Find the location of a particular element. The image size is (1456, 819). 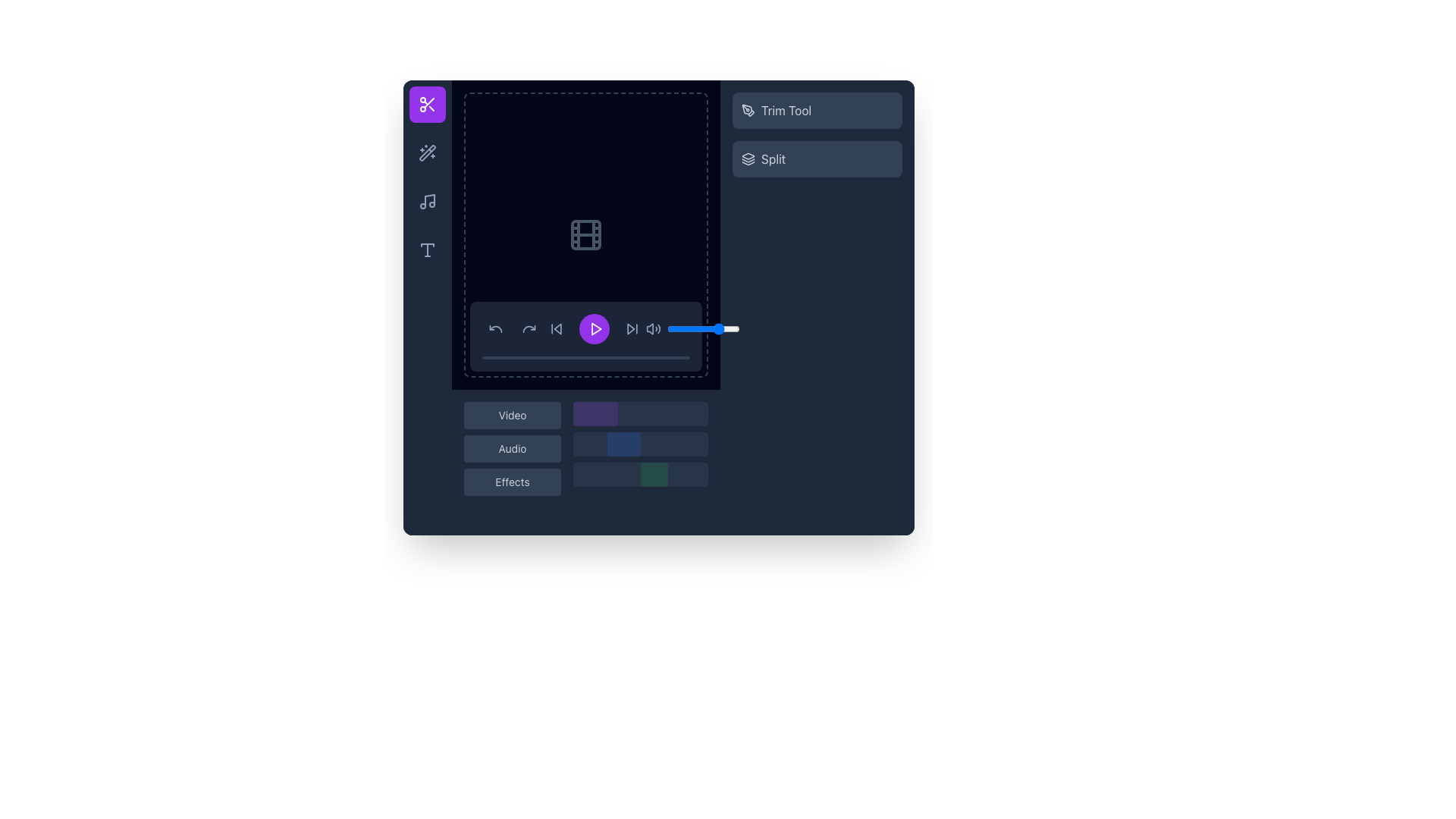

the 'Split' tool button, which is the second button in a vertical grouping, located in the middle-right of the interface is located at coordinates (817, 158).